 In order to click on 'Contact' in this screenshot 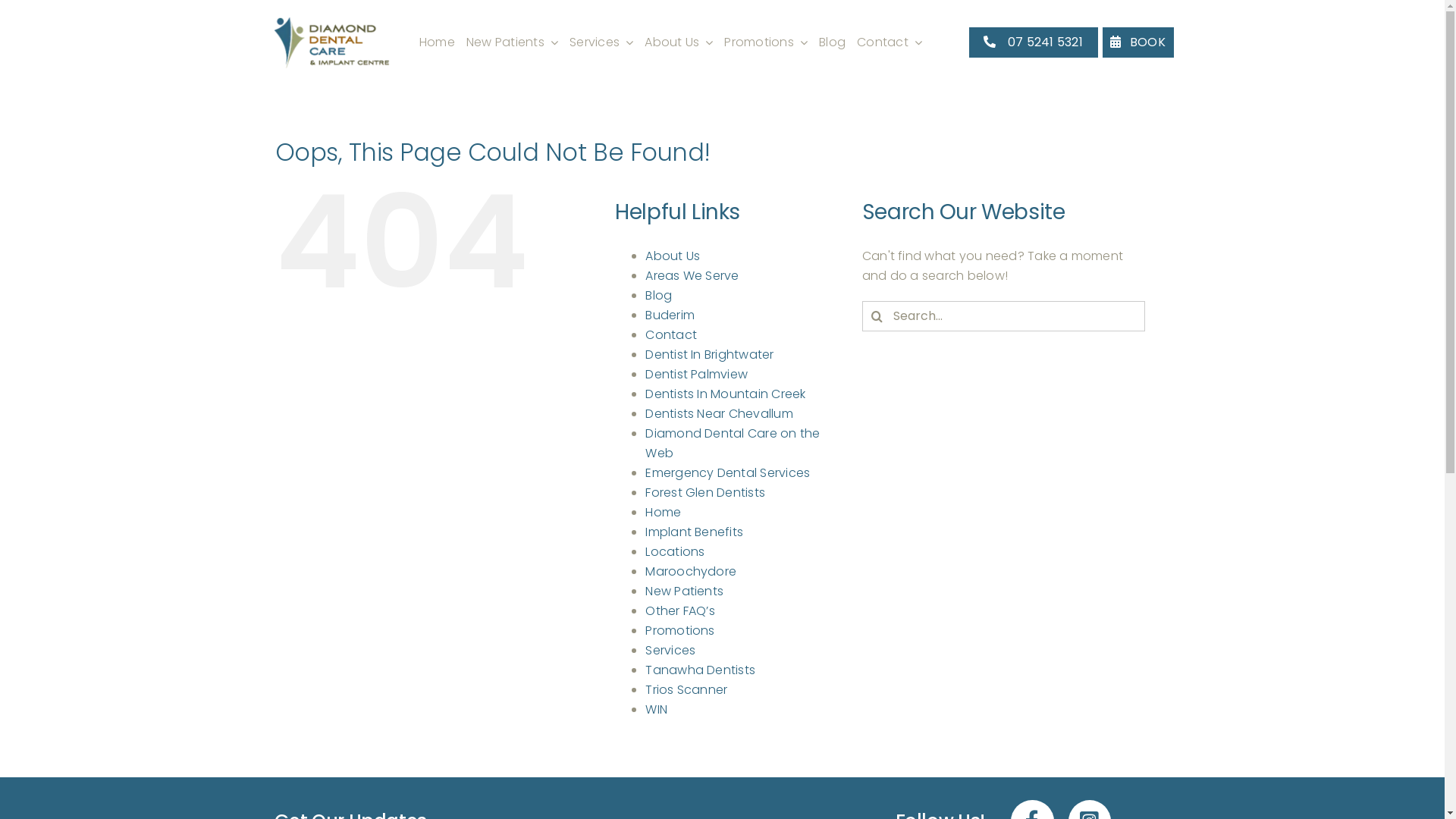, I will do `click(889, 42)`.